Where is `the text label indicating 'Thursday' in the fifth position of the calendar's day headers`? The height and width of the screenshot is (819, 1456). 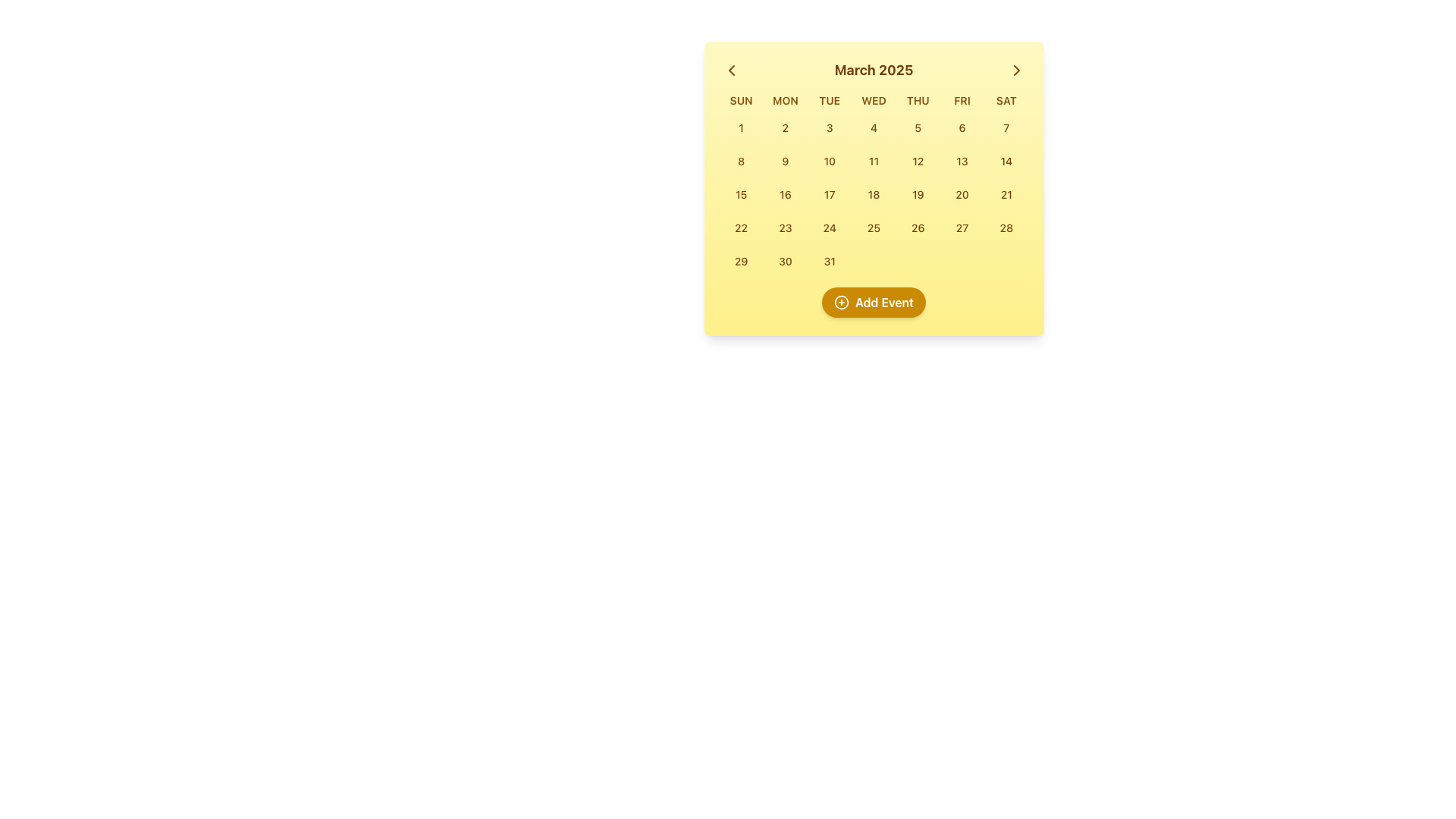 the text label indicating 'Thursday' in the fifth position of the calendar's day headers is located at coordinates (917, 100).